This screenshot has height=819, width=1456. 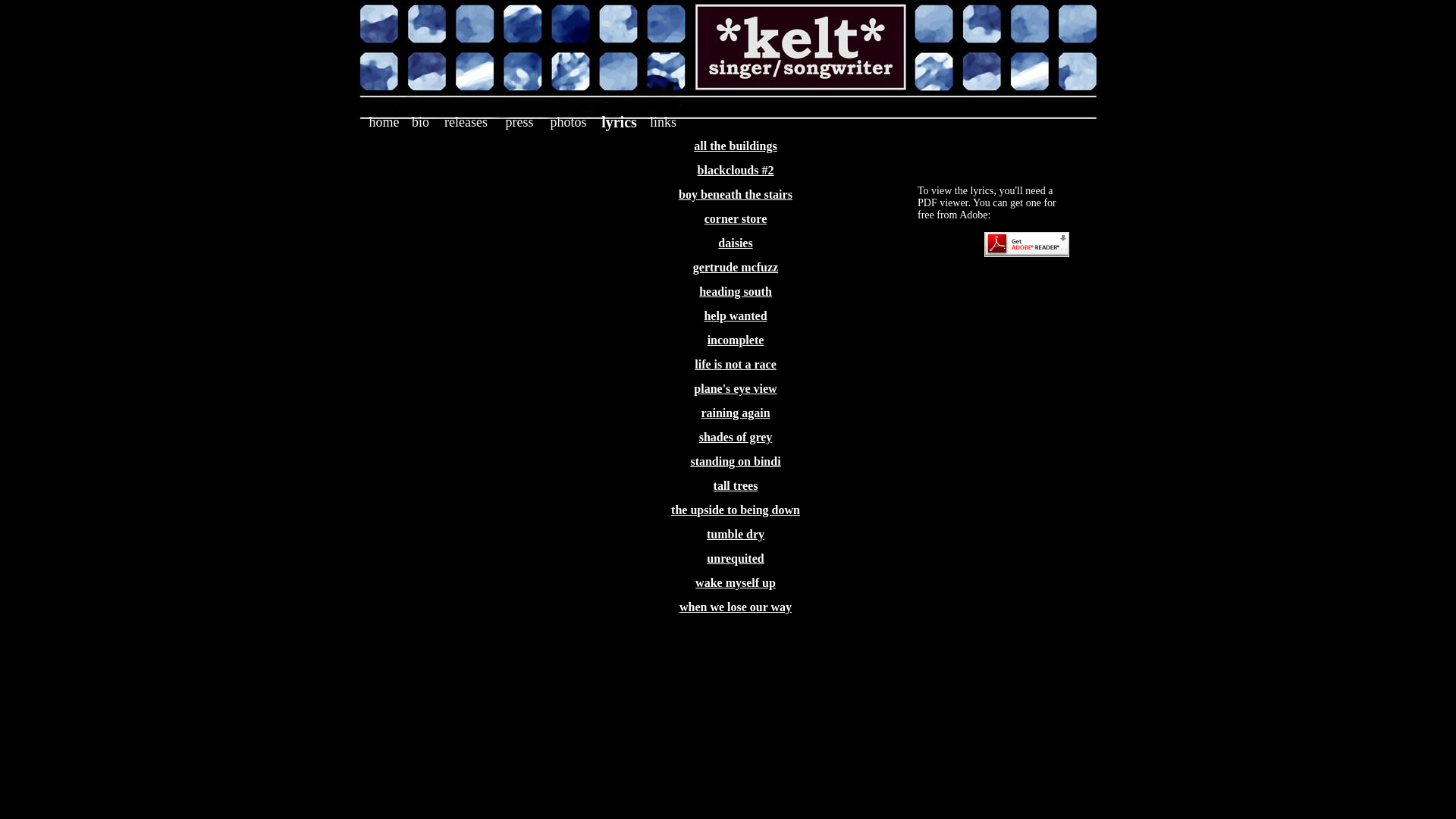 I want to click on 'tumble dry', so click(x=735, y=533).